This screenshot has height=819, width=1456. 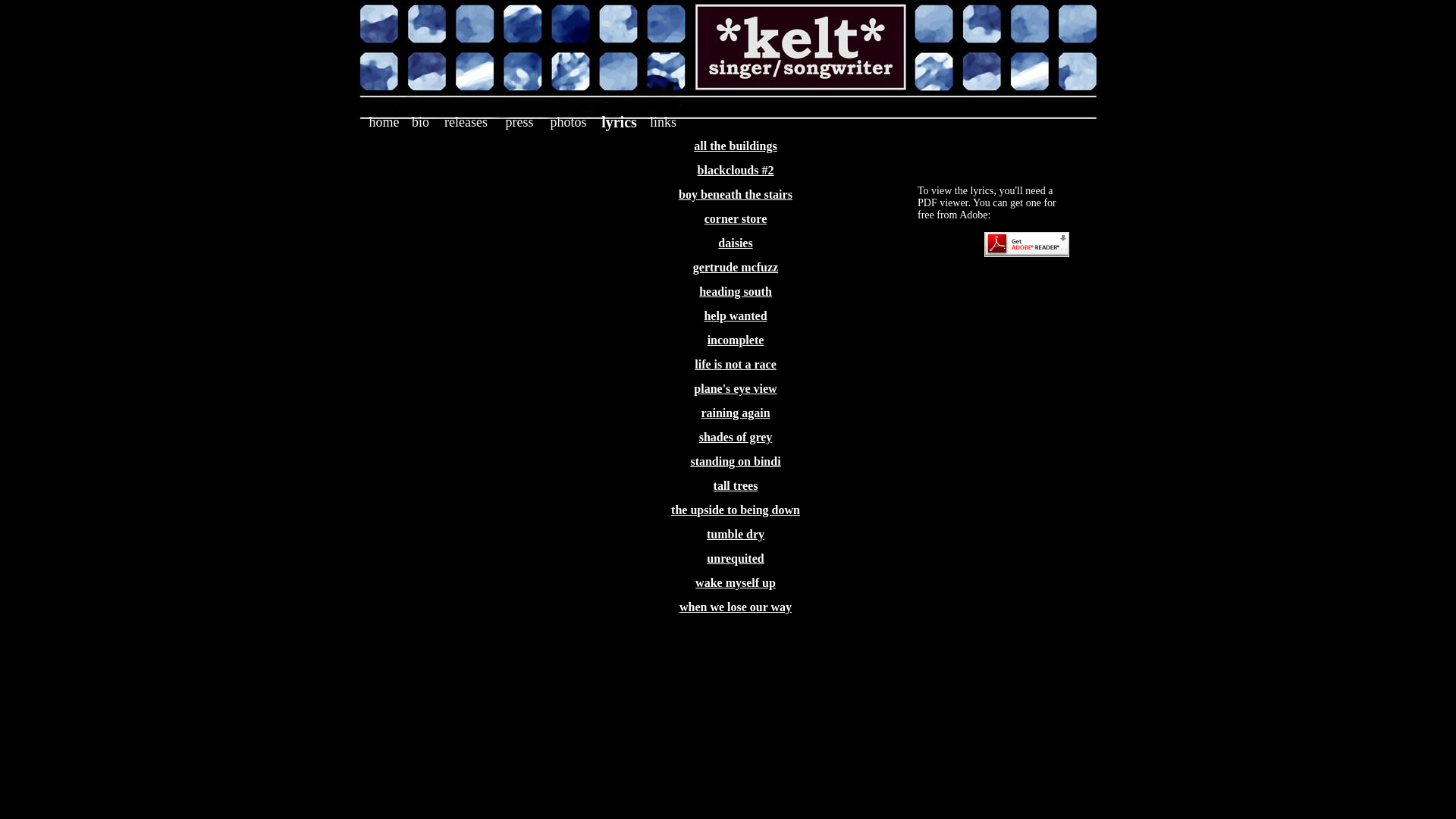 I want to click on 'tumble dry', so click(x=735, y=533).